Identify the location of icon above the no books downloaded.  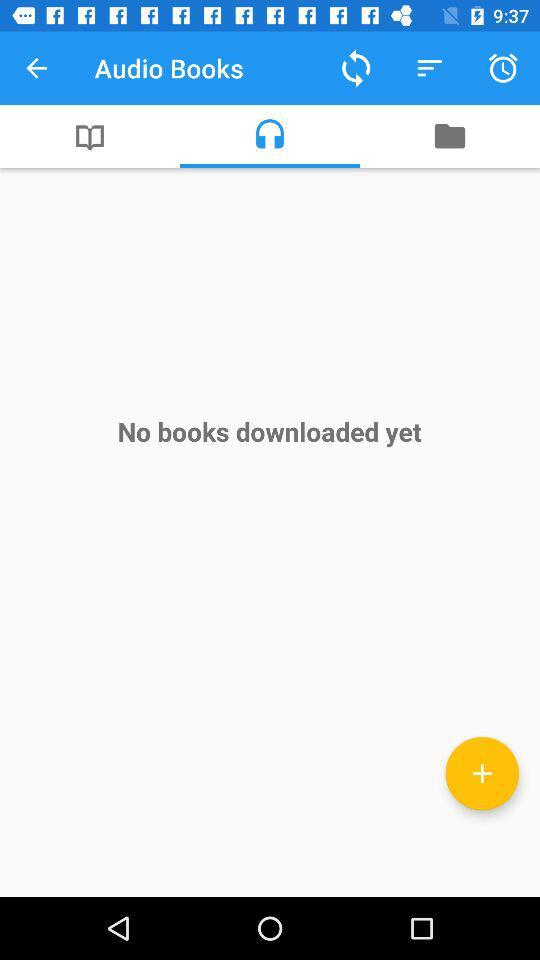
(270, 135).